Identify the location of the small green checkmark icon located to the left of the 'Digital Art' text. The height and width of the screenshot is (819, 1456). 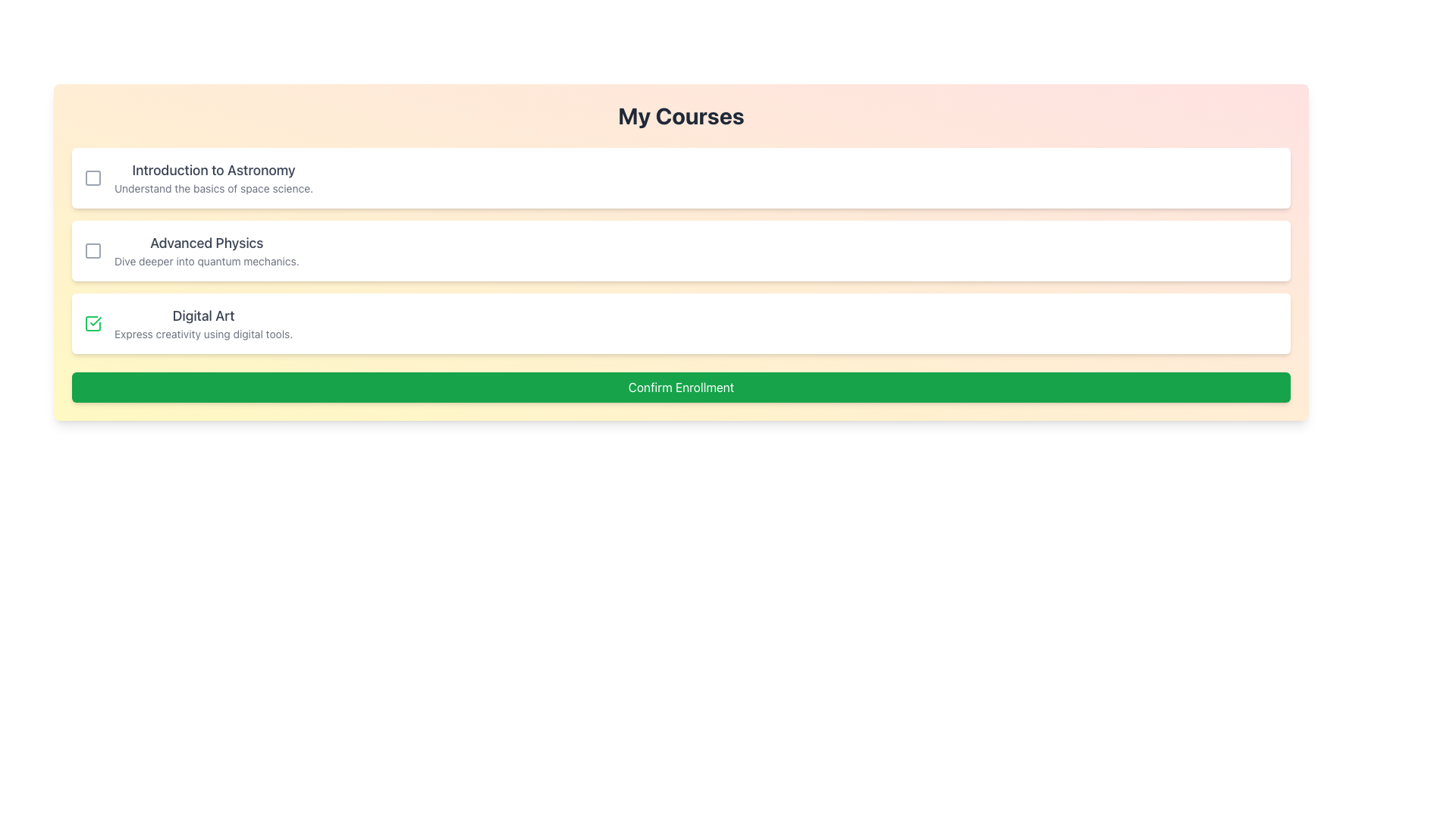
(93, 323).